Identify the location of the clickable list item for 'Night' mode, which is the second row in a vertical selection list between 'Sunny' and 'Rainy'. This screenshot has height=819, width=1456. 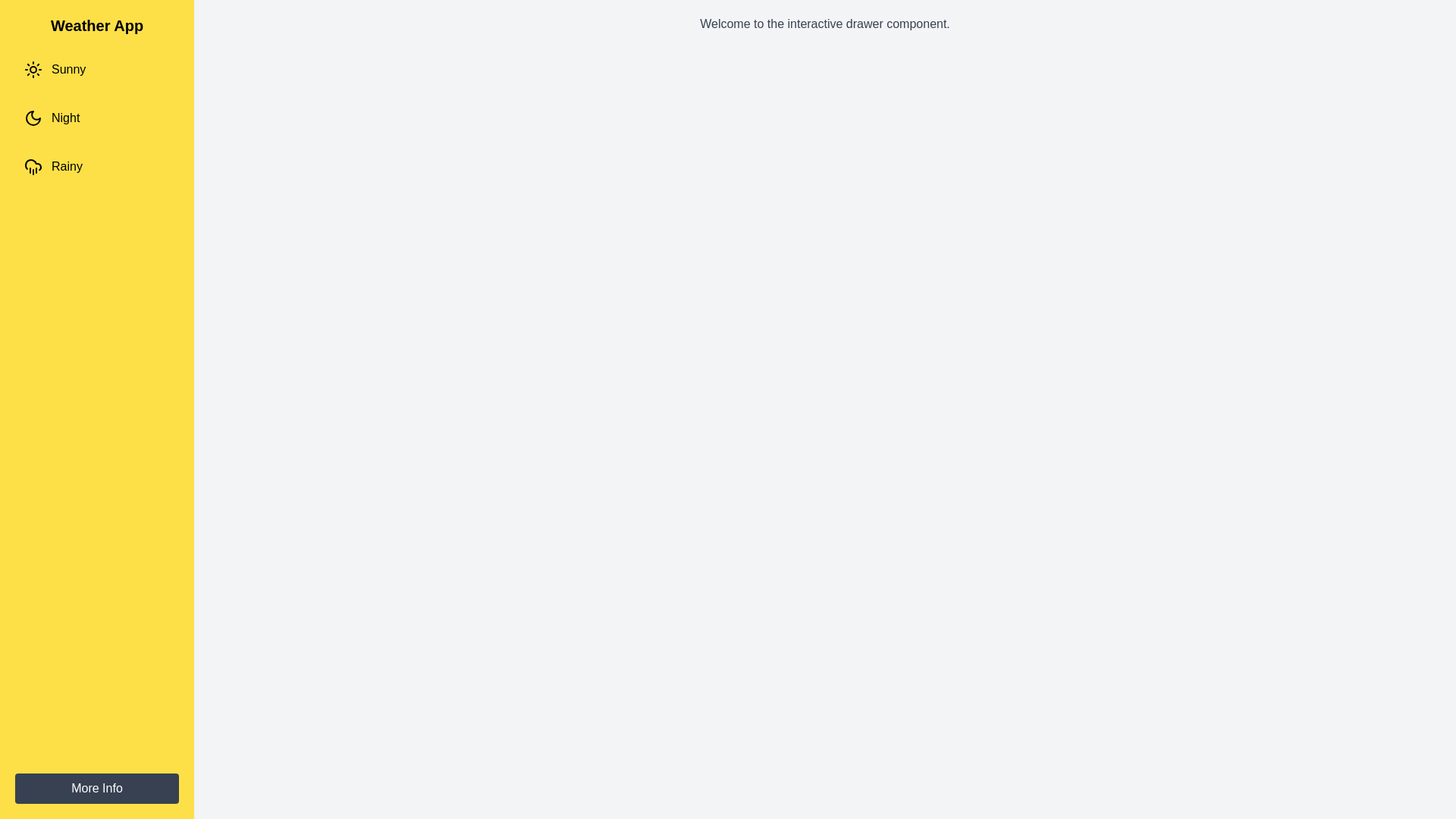
(96, 117).